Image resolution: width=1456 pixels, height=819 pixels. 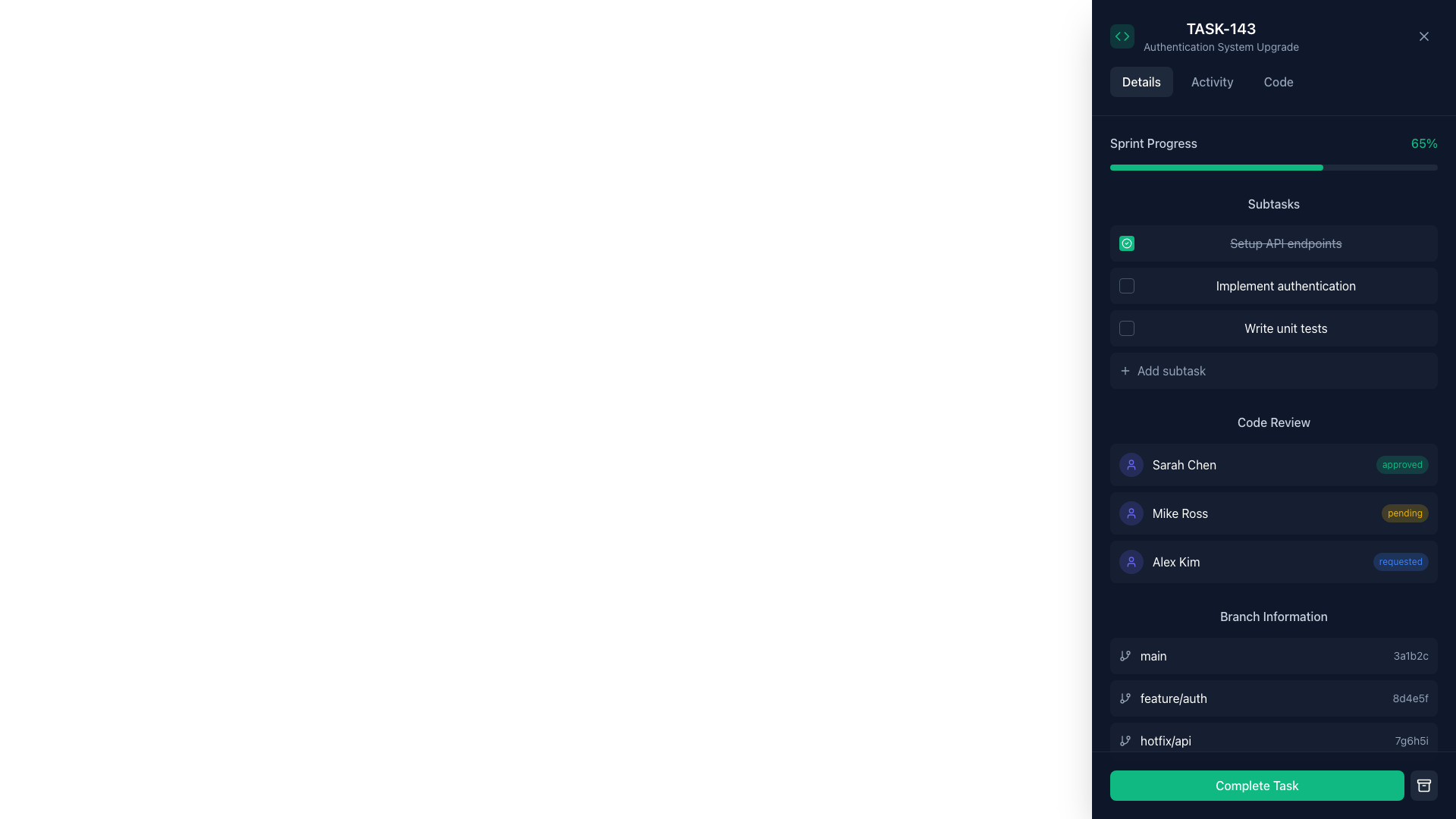 What do you see at coordinates (1274, 561) in the screenshot?
I see `the last list item in the vertical group titled 'Code Review', which indicates a specific user action or status in the code review process` at bounding box center [1274, 561].